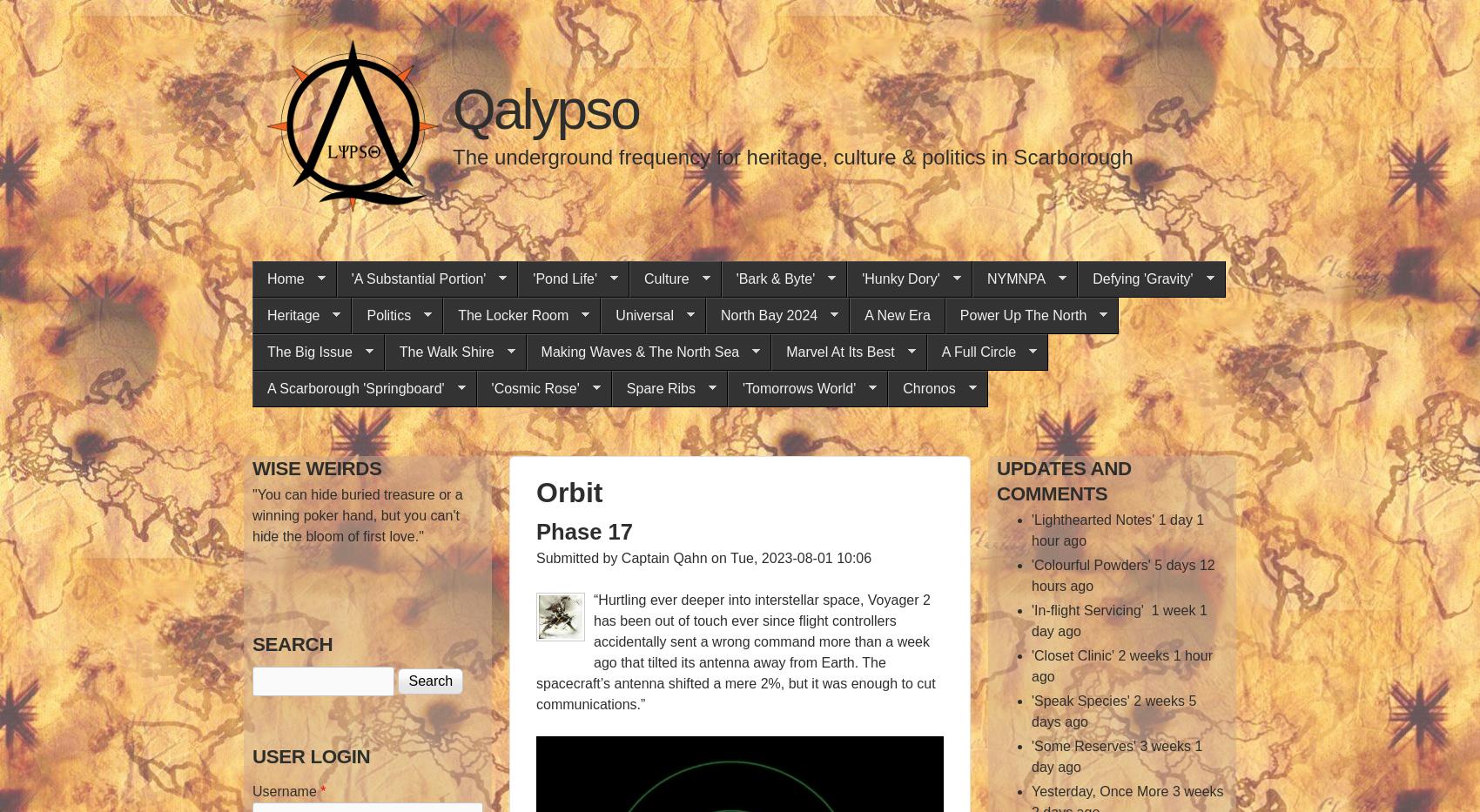  Describe the element at coordinates (1142, 278) in the screenshot. I see `'Defying 'Gravity''` at that location.